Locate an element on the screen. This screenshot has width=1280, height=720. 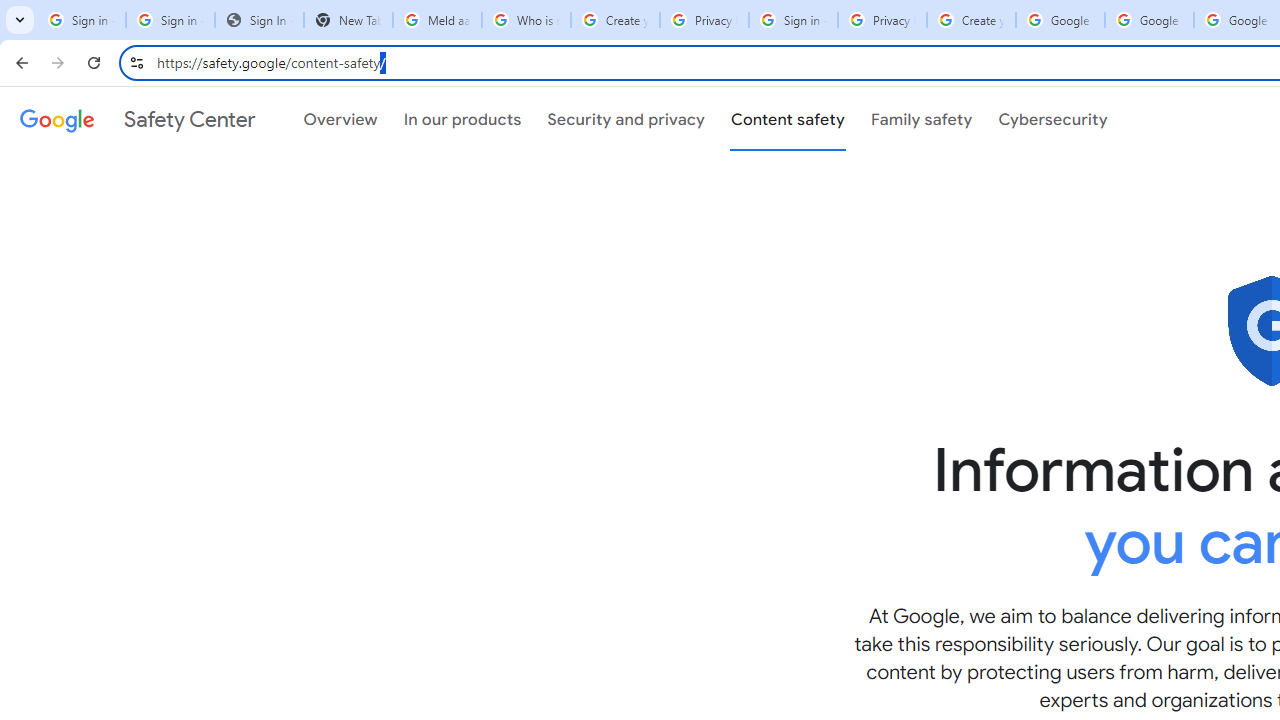
'Cybersecurity' is located at coordinates (1052, 119).